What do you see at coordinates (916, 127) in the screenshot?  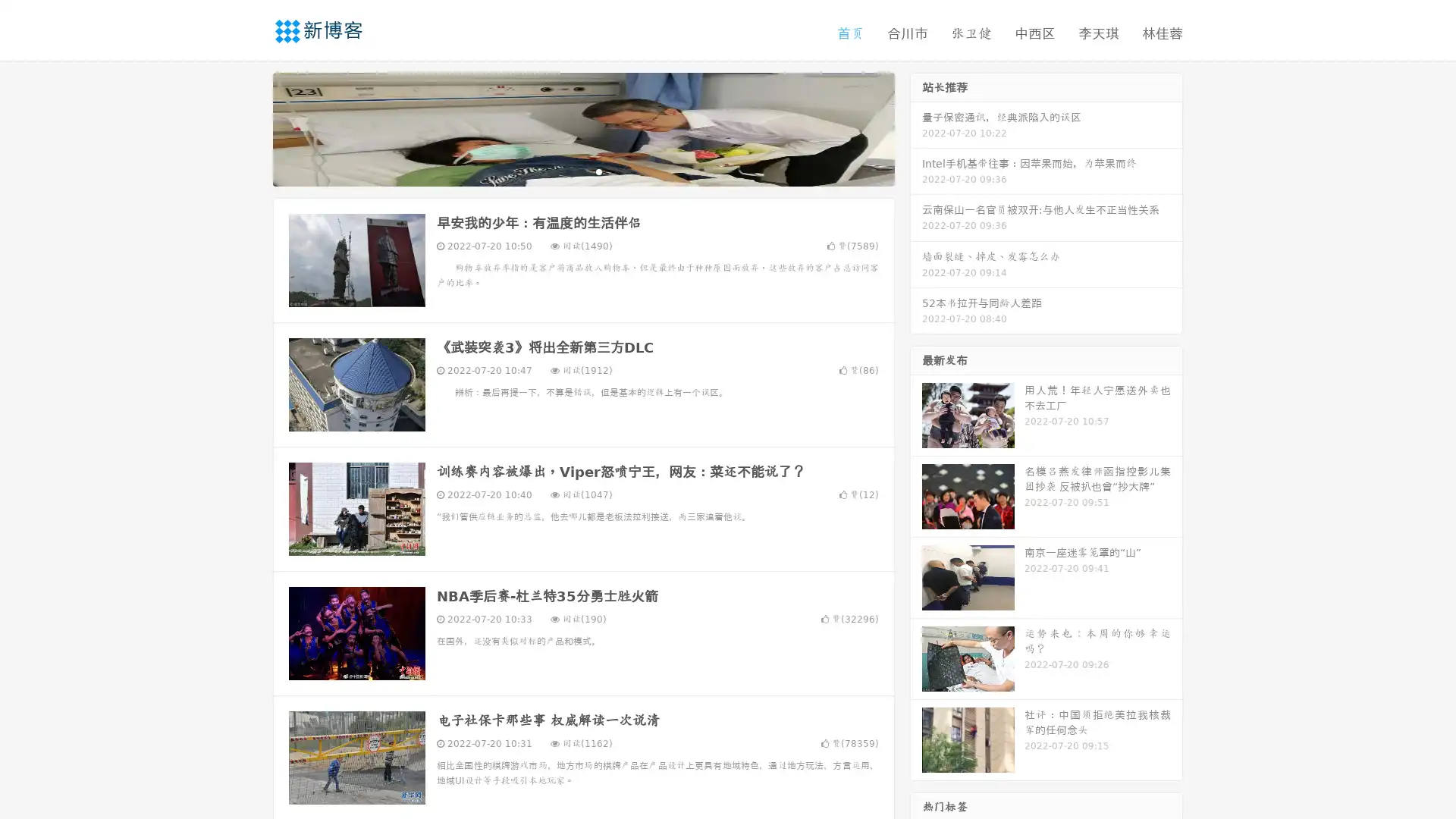 I see `Next slide` at bounding box center [916, 127].